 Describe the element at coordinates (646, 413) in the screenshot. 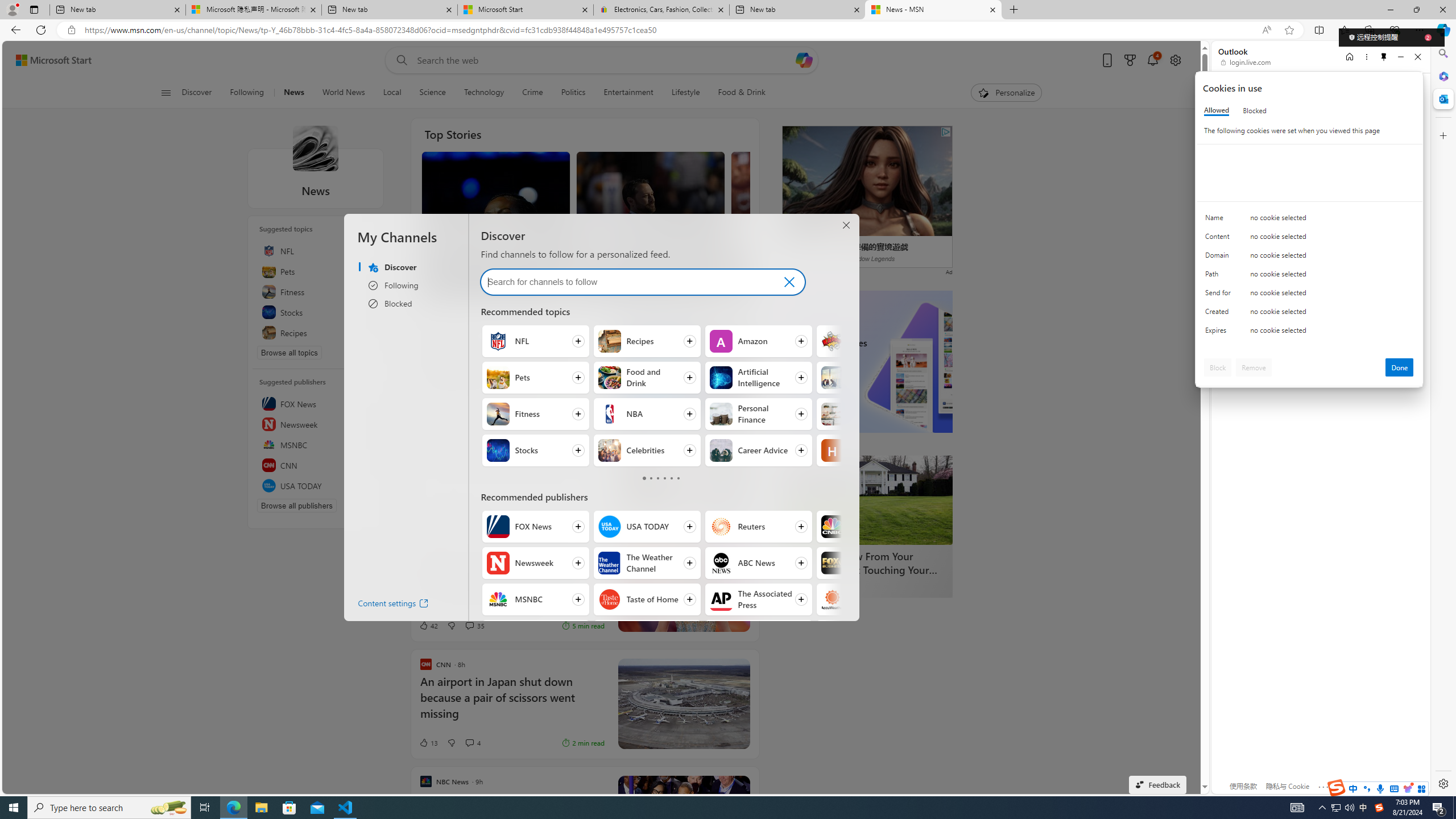

I see `'Follow NBA'` at that location.